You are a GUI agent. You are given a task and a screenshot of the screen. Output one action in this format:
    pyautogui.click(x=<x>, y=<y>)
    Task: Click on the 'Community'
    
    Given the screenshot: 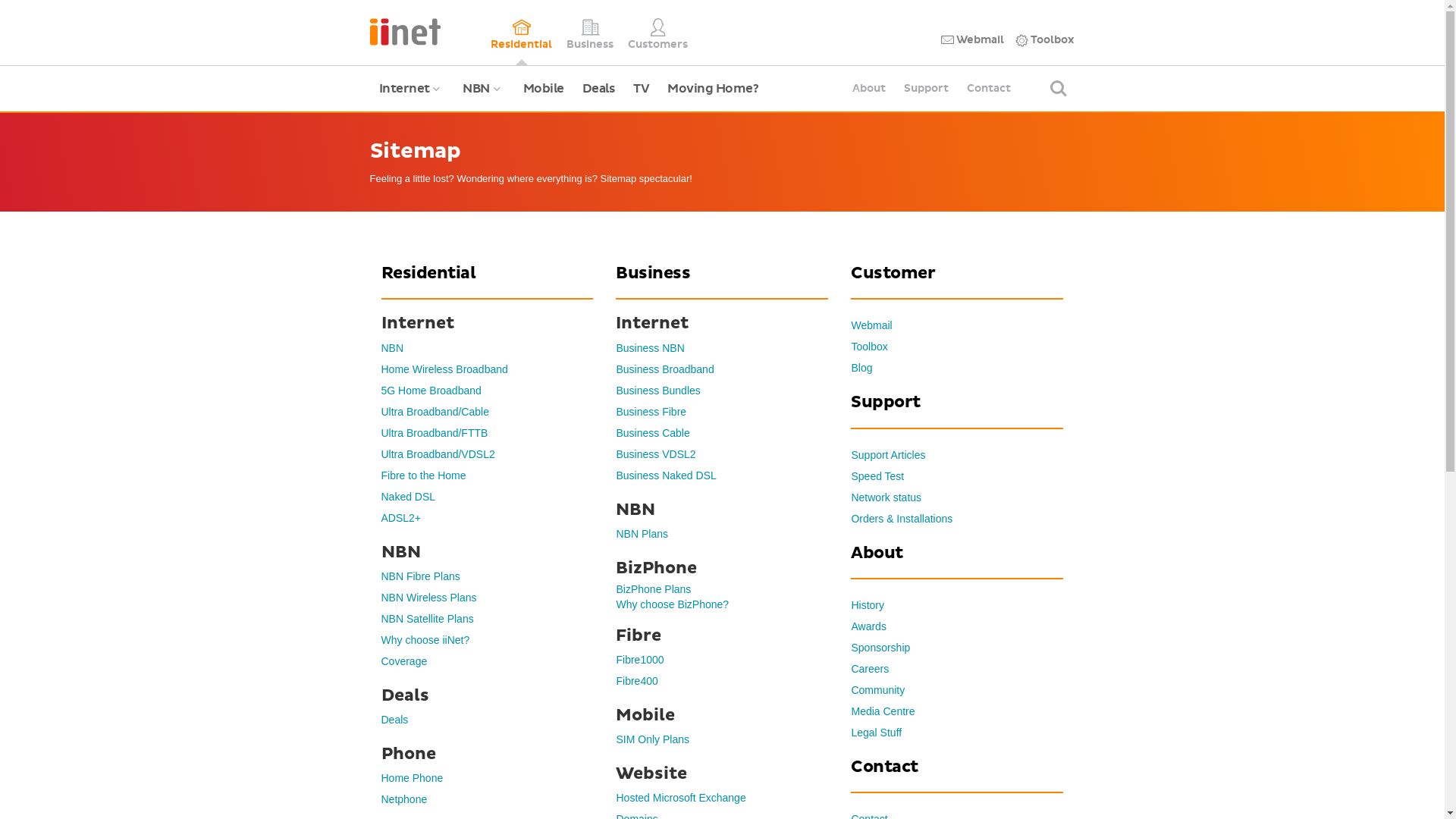 What is the action you would take?
    pyautogui.click(x=877, y=690)
    